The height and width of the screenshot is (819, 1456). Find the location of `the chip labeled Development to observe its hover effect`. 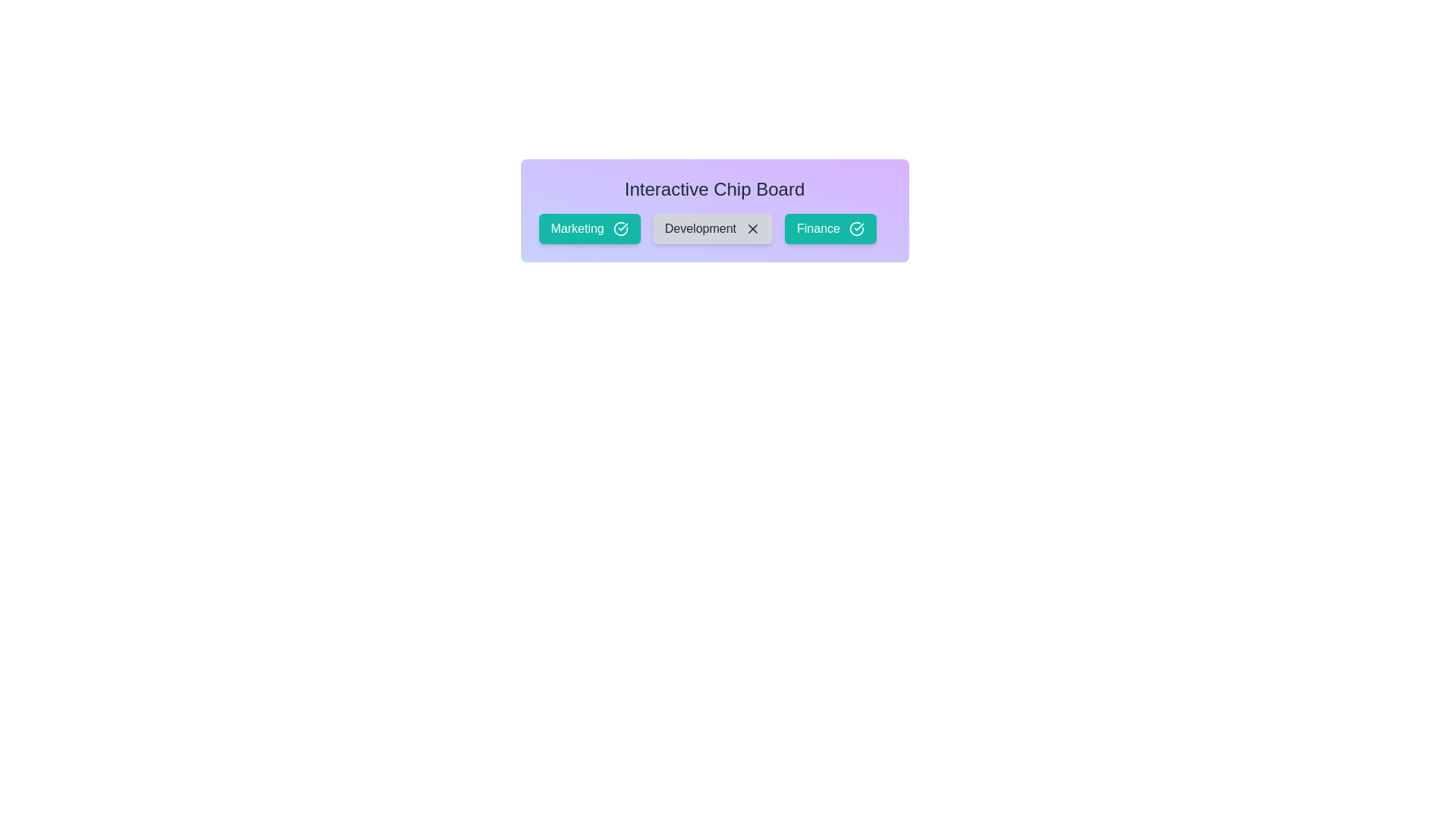

the chip labeled Development to observe its hover effect is located at coordinates (711, 228).